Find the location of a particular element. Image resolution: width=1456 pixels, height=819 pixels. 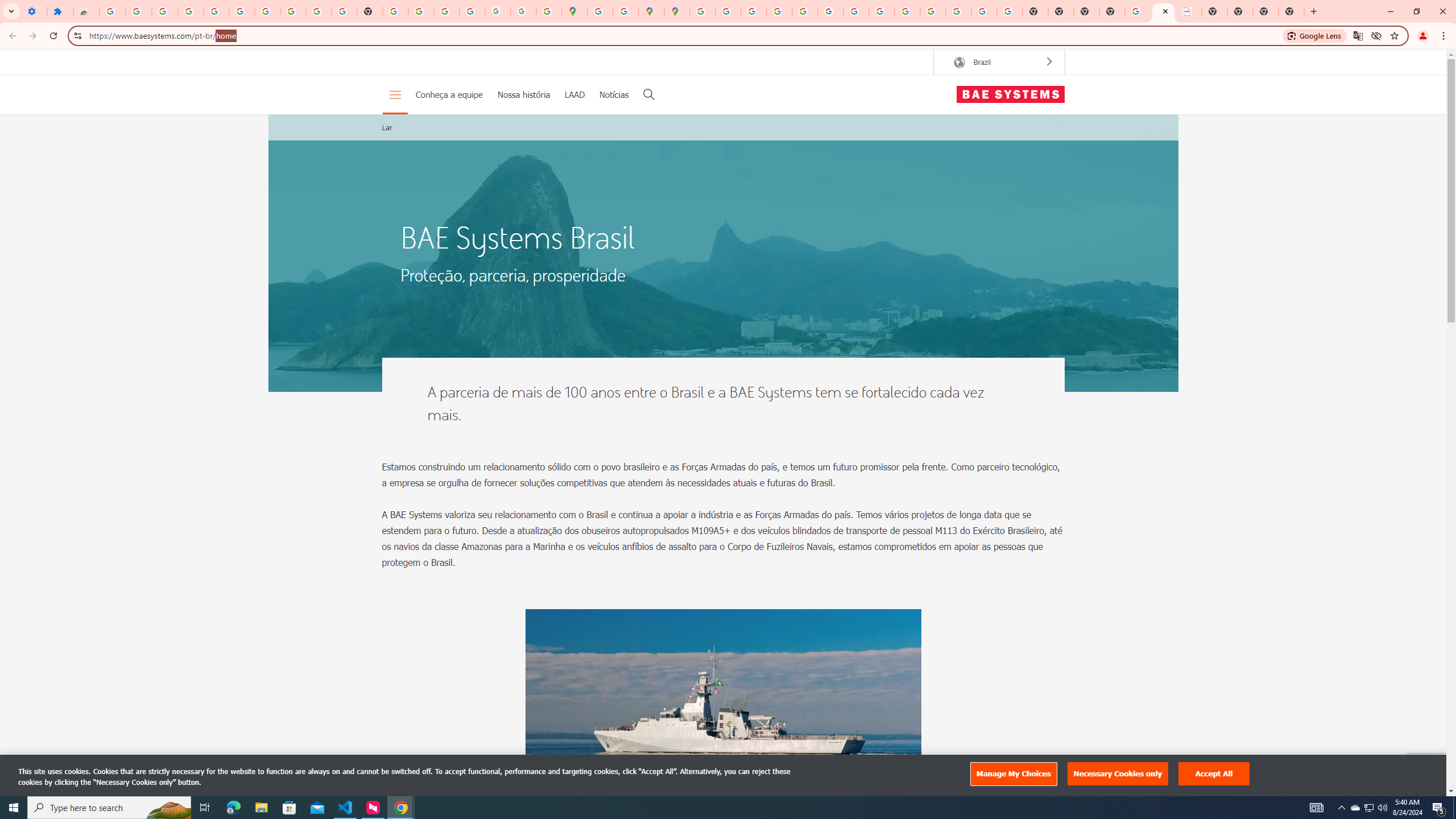

'Settings - On startup' is located at coordinates (34, 11).